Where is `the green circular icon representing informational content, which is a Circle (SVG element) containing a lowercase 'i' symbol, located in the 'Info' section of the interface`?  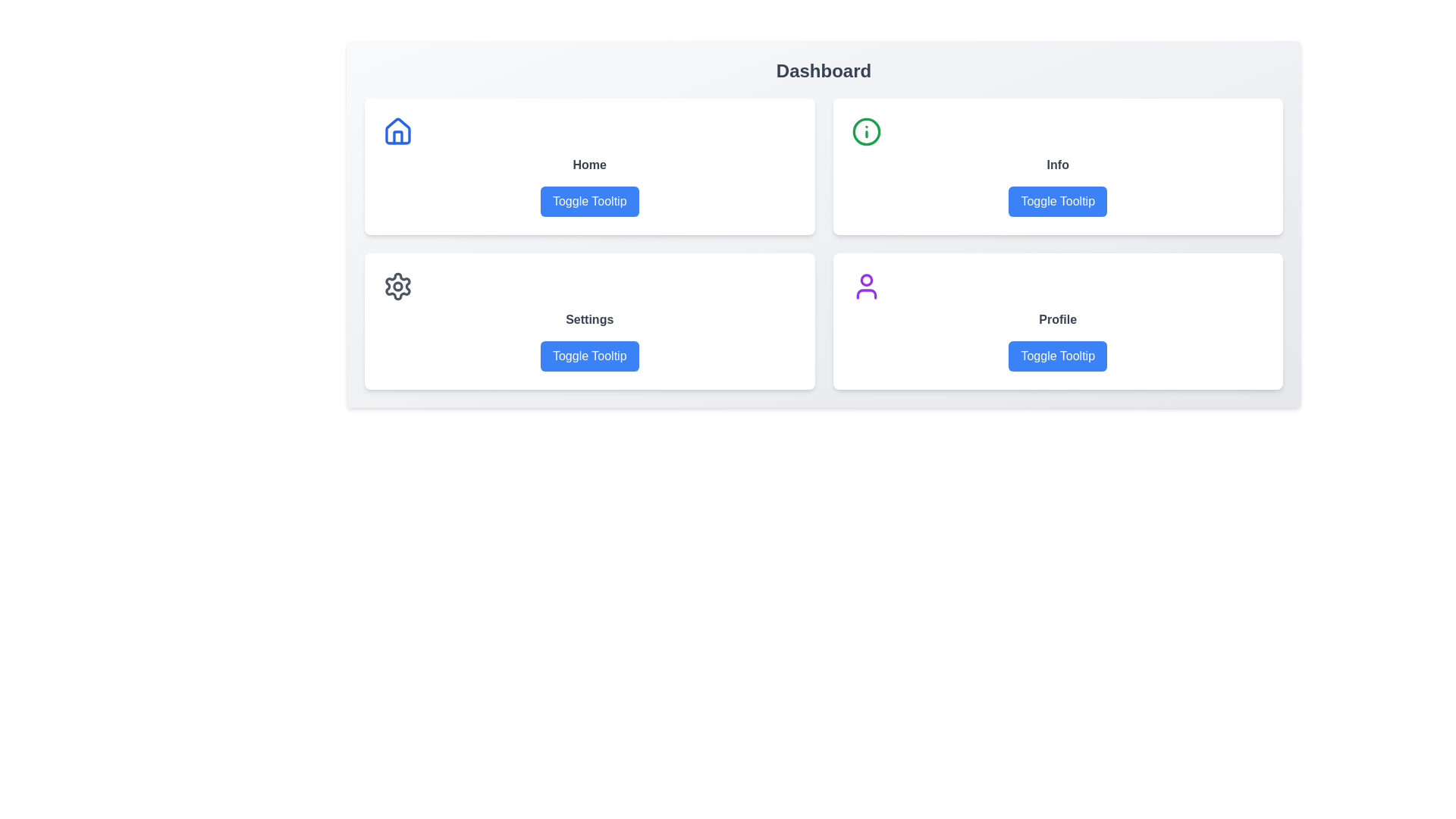
the green circular icon representing informational content, which is a Circle (SVG element) containing a lowercase 'i' symbol, located in the 'Info' section of the interface is located at coordinates (866, 130).